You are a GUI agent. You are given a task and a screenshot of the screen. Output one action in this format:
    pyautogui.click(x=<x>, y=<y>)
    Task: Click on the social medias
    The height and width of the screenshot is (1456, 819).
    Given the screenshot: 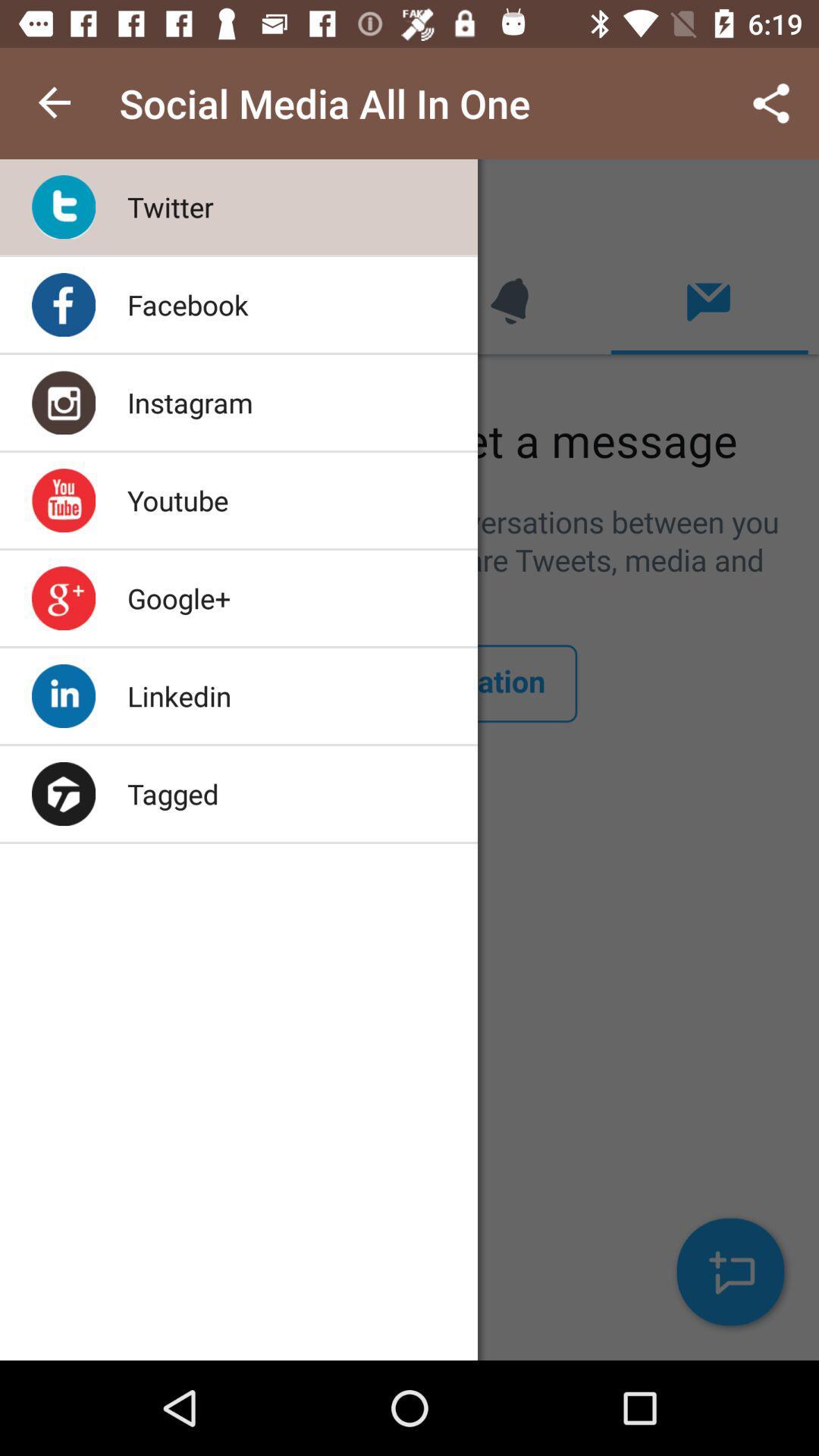 What is the action you would take?
    pyautogui.click(x=409, y=760)
    